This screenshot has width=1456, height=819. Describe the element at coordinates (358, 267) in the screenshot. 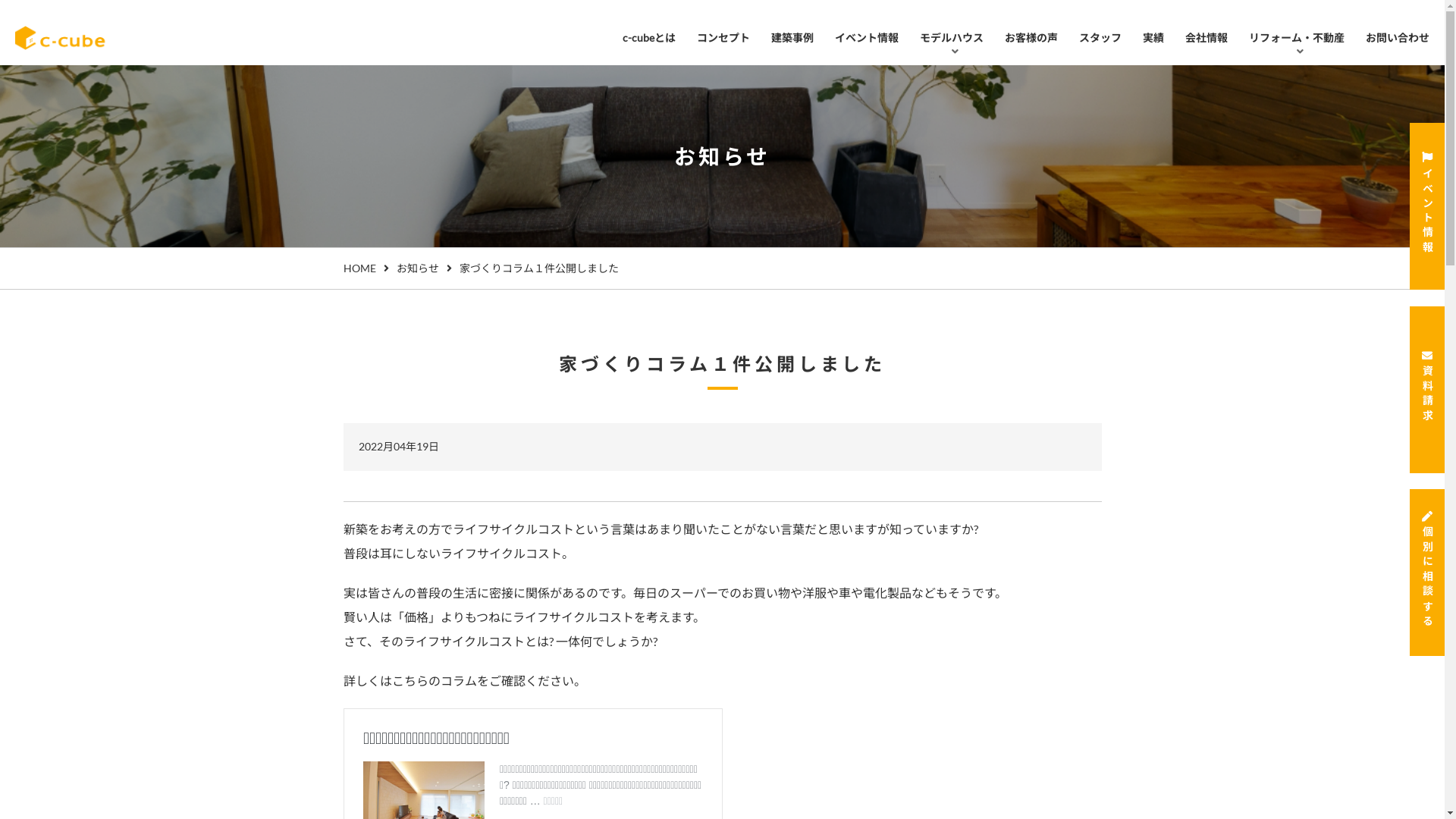

I see `'HOME'` at that location.